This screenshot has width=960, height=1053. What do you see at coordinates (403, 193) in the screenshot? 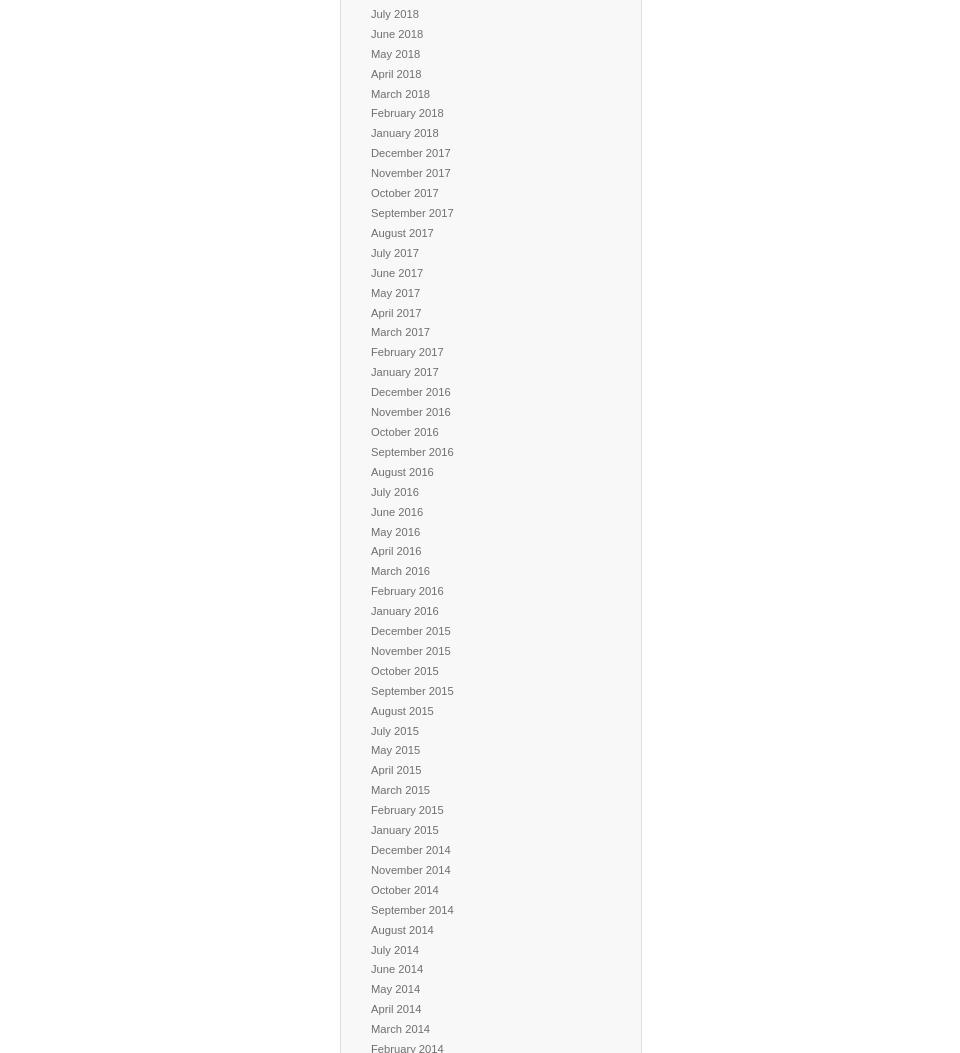
I see `'October 2017'` at bounding box center [403, 193].